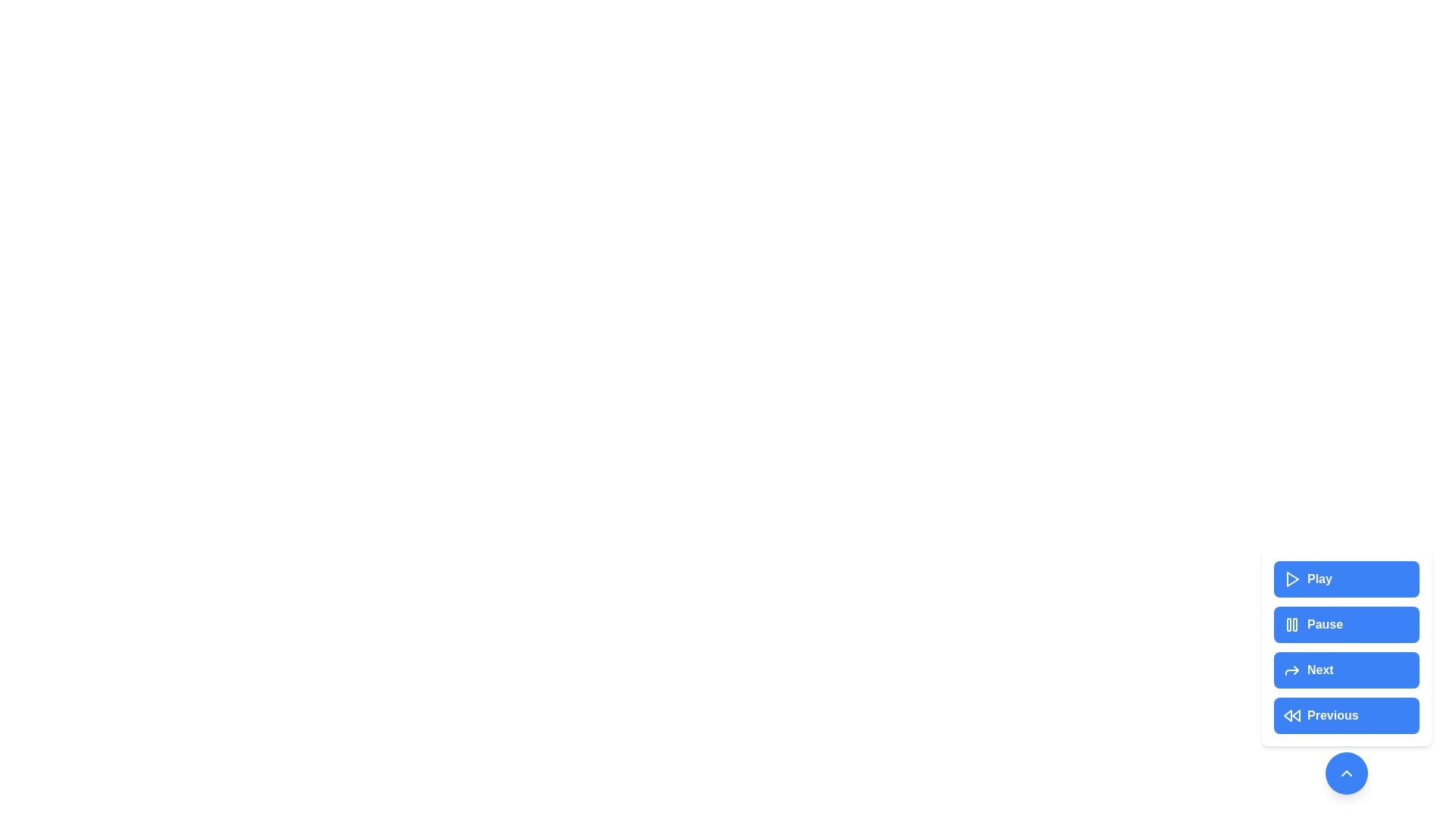  I want to click on the Pause button to perform the corresponding media control action, so click(1347, 625).